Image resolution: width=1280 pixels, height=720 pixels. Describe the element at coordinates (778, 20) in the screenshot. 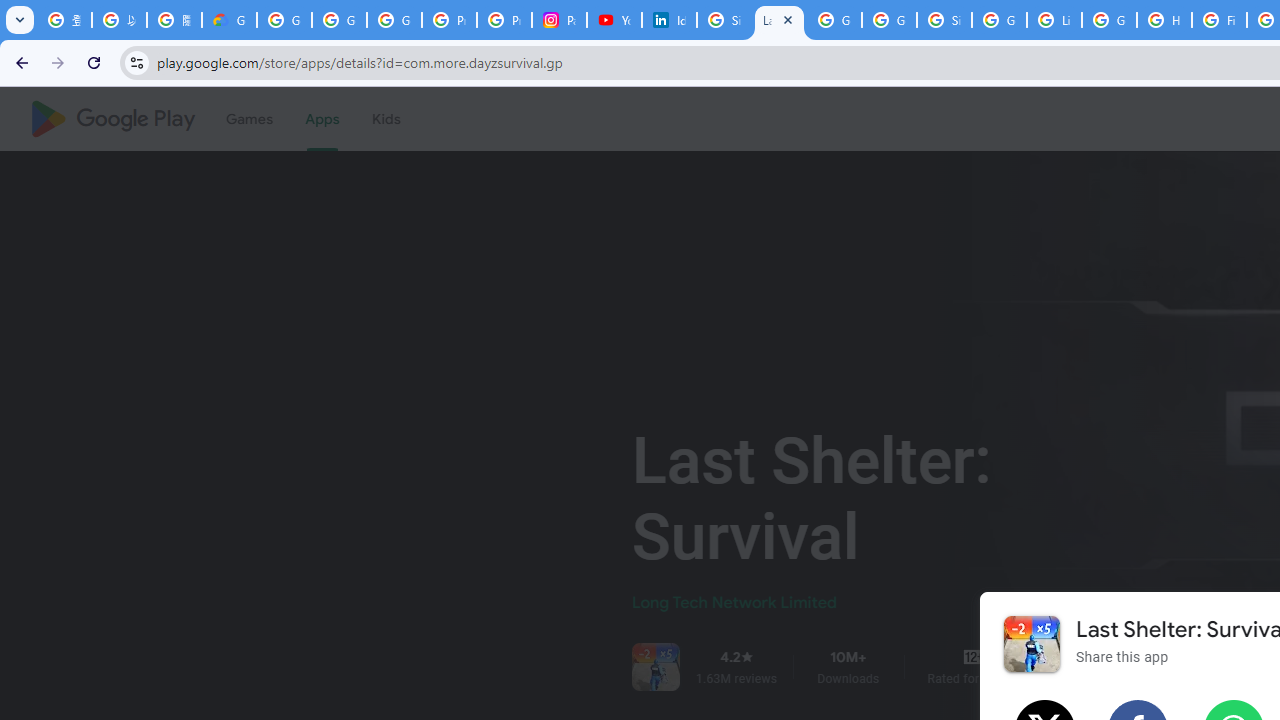

I see `'Last Shelter: Survival - Apps on Google Play'` at that location.